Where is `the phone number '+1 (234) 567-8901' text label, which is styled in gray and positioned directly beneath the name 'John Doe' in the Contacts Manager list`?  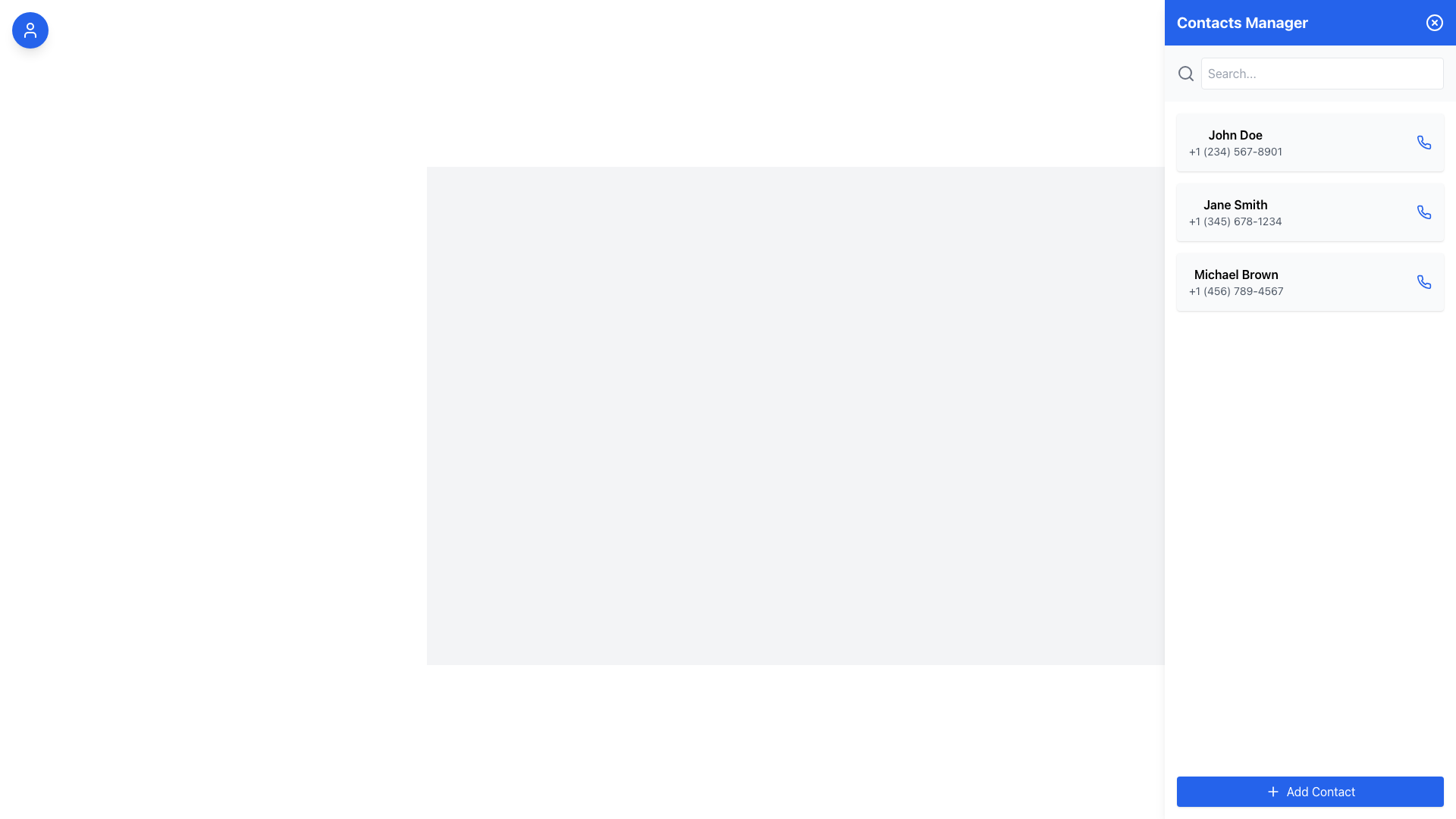
the phone number '+1 (234) 567-8901' text label, which is styled in gray and positioned directly beneath the name 'John Doe' in the Contacts Manager list is located at coordinates (1235, 152).